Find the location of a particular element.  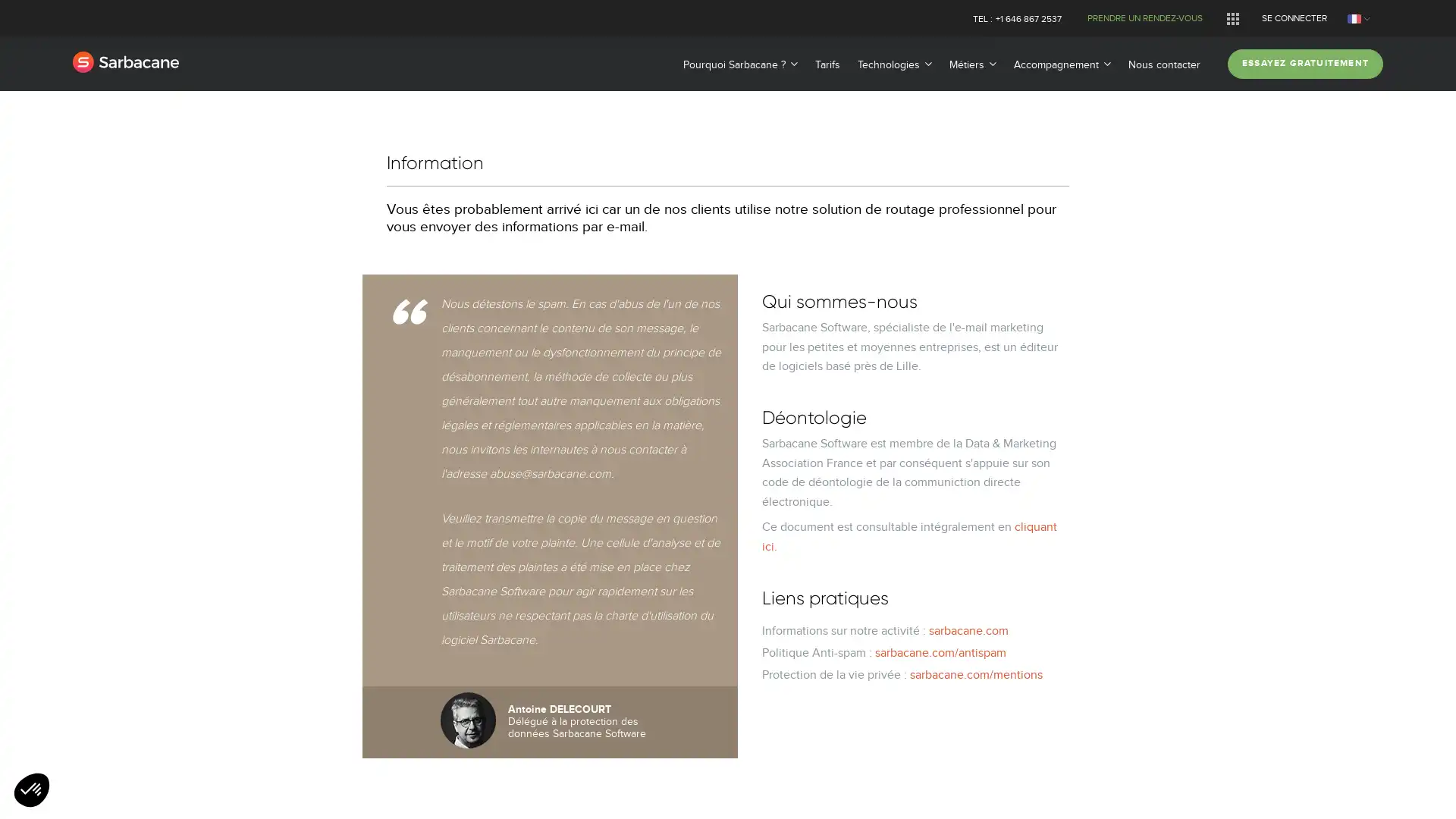

Consentements certifies par is located at coordinates (726, 486).